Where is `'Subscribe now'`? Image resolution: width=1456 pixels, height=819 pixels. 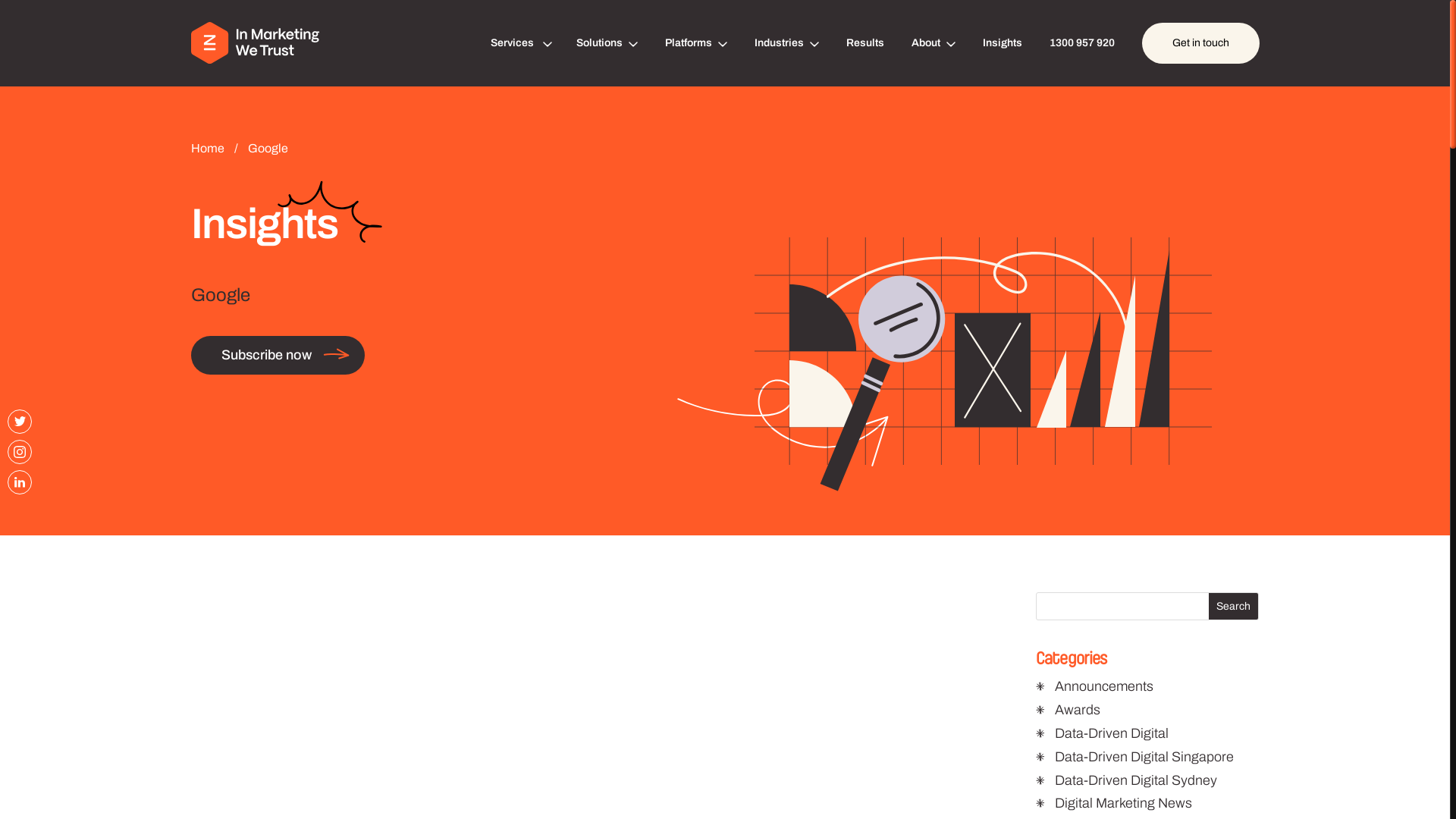 'Subscribe now' is located at coordinates (278, 355).